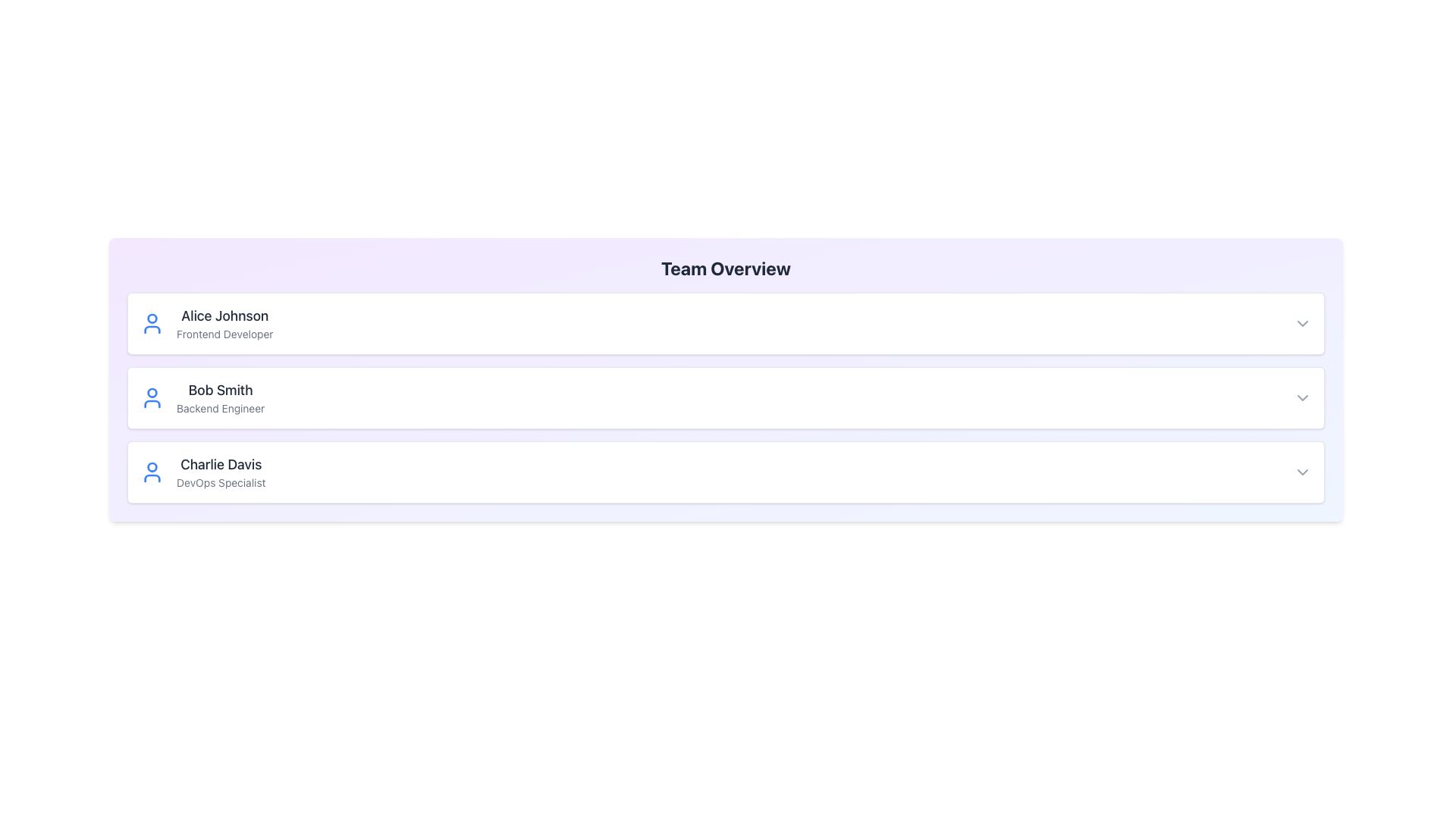 This screenshot has width=1456, height=819. What do you see at coordinates (1302, 397) in the screenshot?
I see `the small gray downward arrow icon located at the far right end of the horizontal bar associated with 'Bob Smith'` at bounding box center [1302, 397].